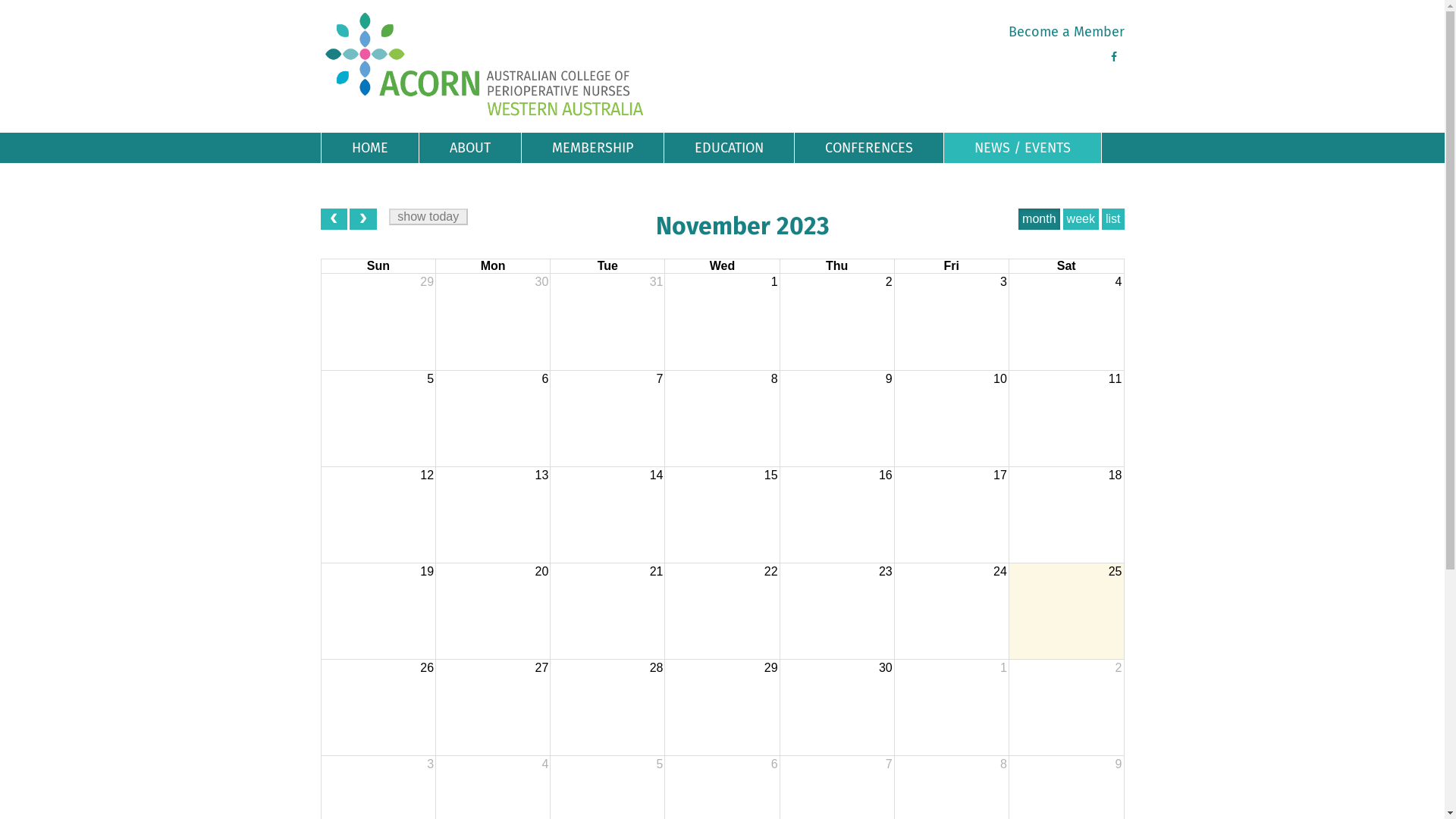 Image resolution: width=1456 pixels, height=819 pixels. Describe the element at coordinates (869, 148) in the screenshot. I see `'CONFERENCES'` at that location.